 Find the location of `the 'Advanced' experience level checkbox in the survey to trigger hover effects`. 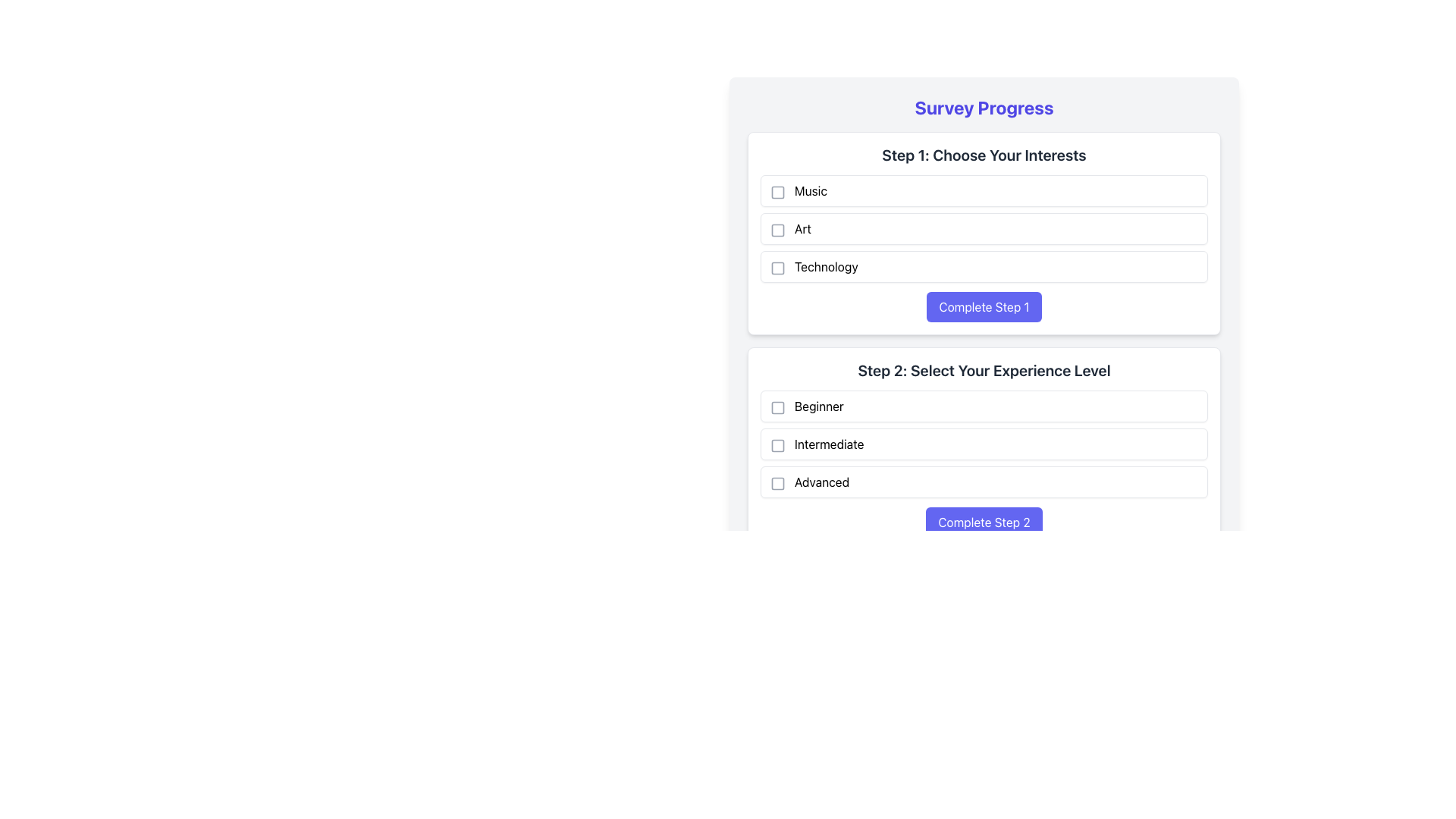

the 'Advanced' experience level checkbox in the survey to trigger hover effects is located at coordinates (984, 482).